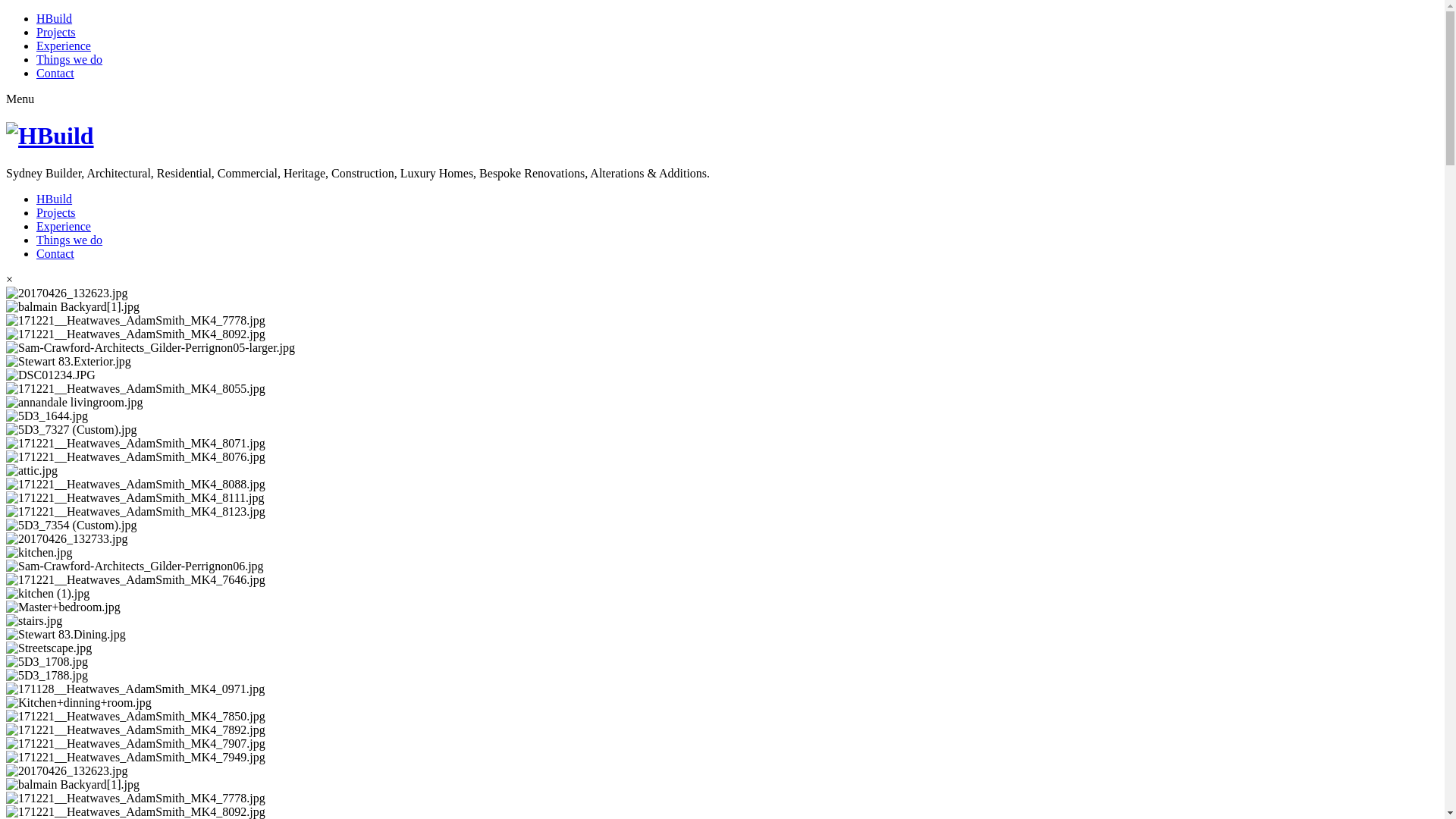 Image resolution: width=1456 pixels, height=819 pixels. What do you see at coordinates (54, 18) in the screenshot?
I see `'HBuild'` at bounding box center [54, 18].